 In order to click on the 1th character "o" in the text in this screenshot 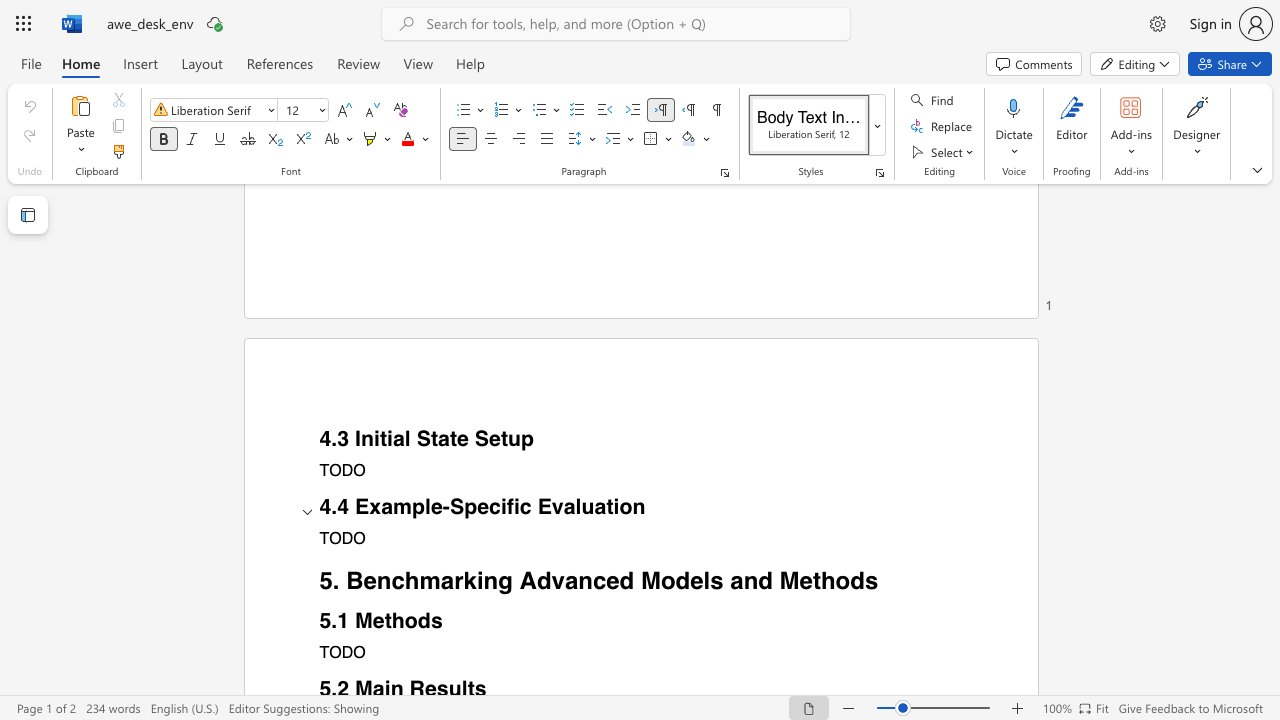, I will do `click(624, 506)`.